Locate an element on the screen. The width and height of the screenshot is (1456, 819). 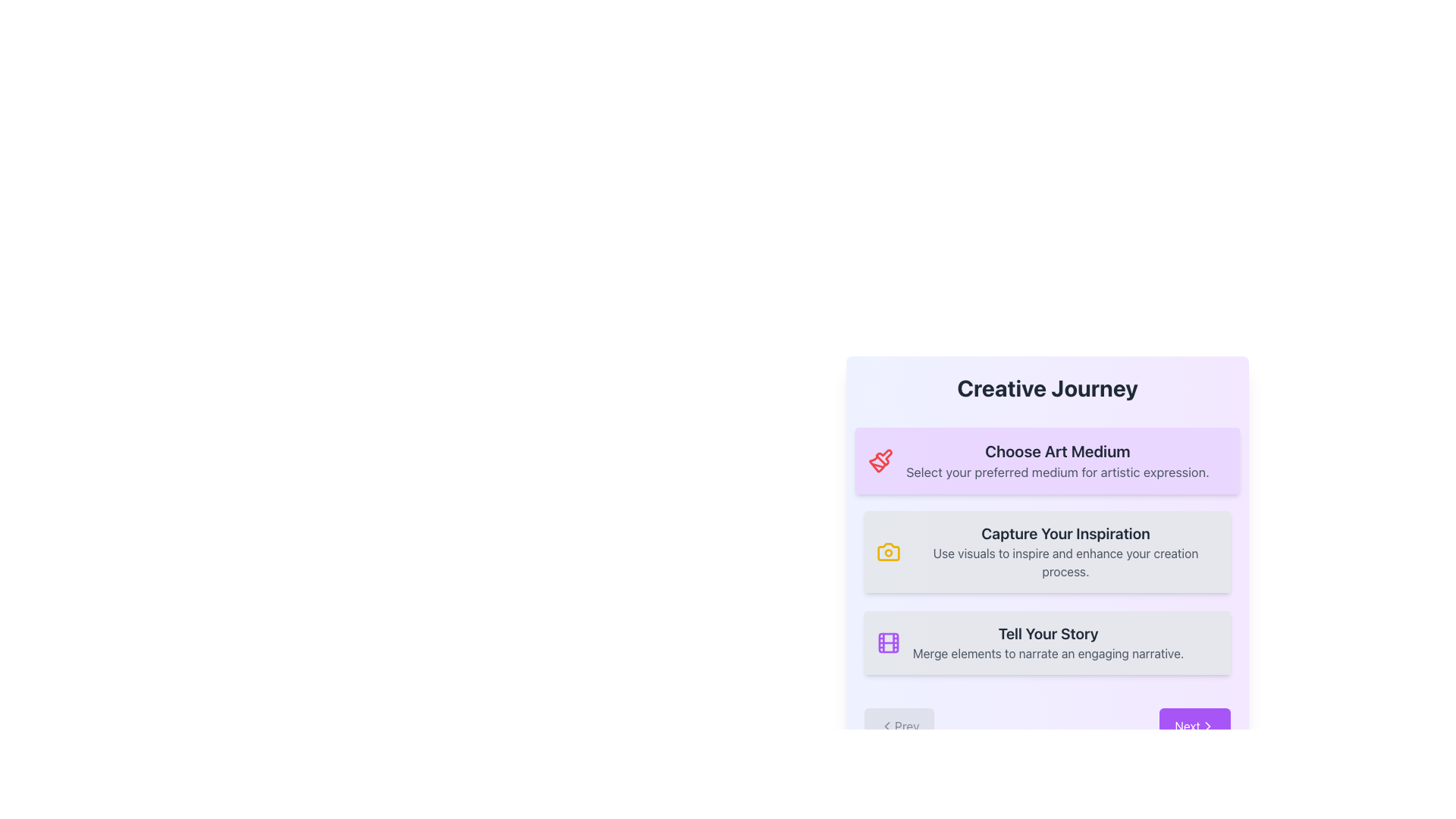
the 'Next' button on the navigation bar, which is located at the bottom of the card layout and has a vibrant purple background is located at coordinates (1046, 725).